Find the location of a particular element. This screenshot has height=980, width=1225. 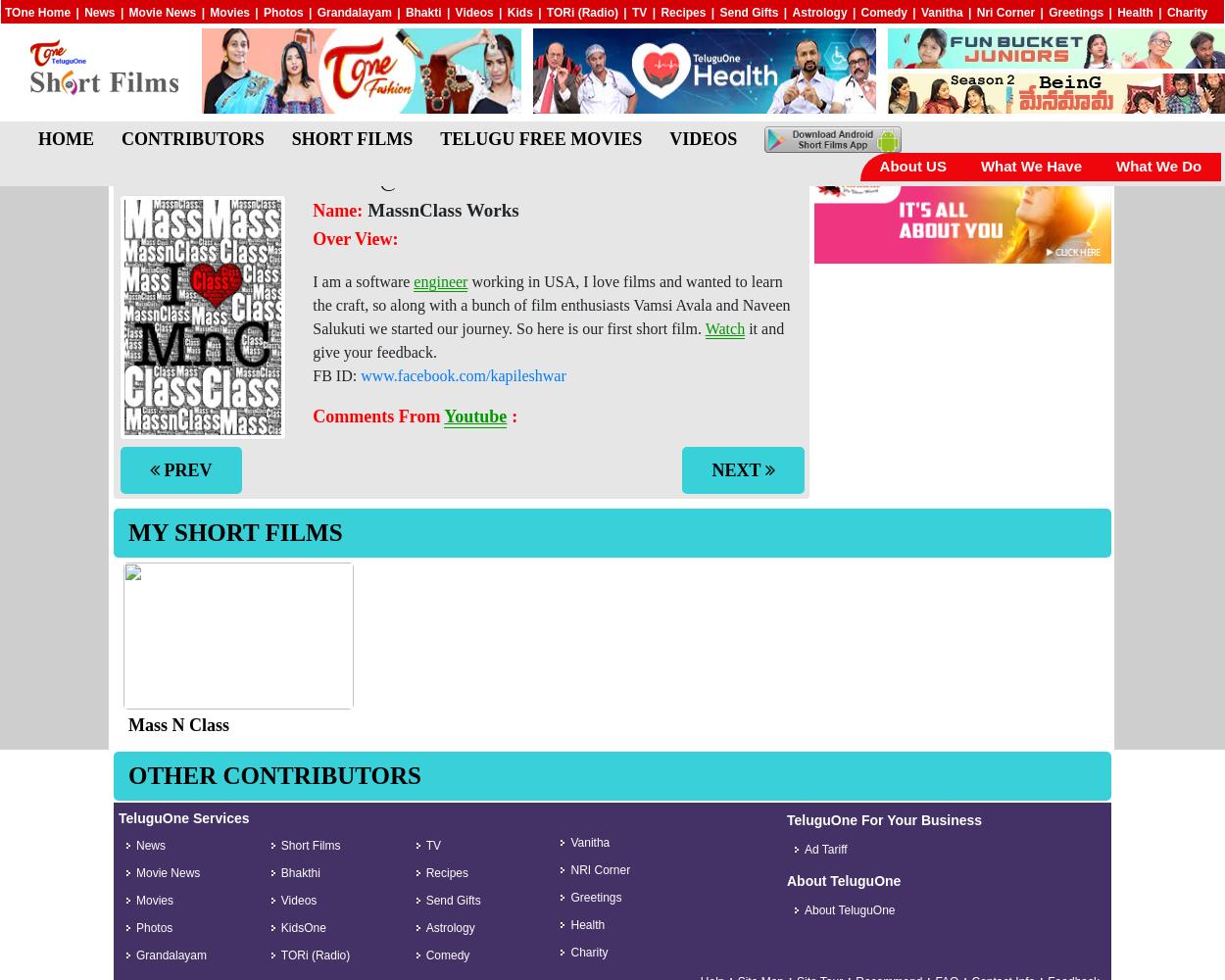

'TORi (Radio)' is located at coordinates (580, 13).